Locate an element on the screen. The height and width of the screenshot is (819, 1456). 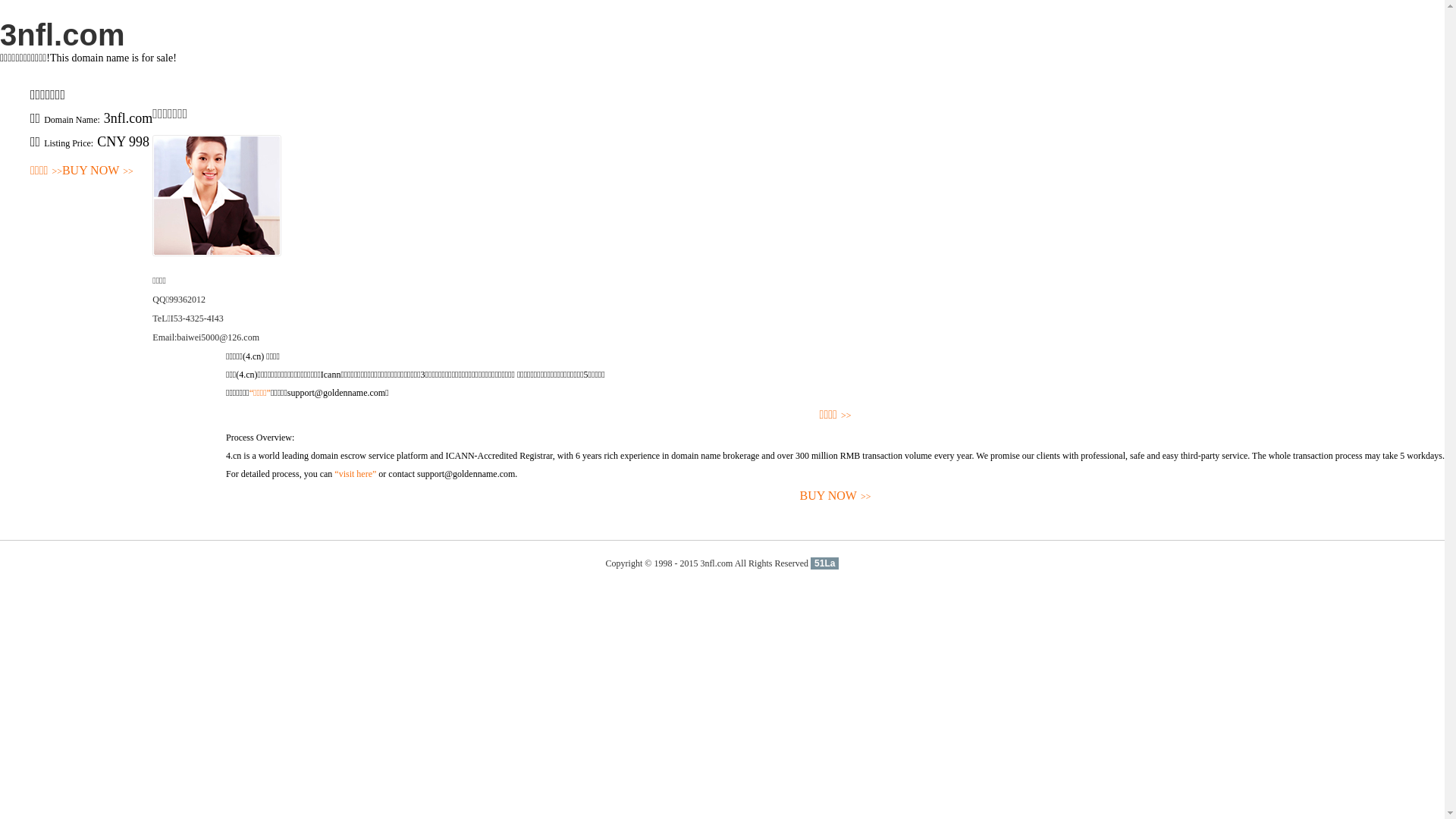
'51La' is located at coordinates (824, 563).